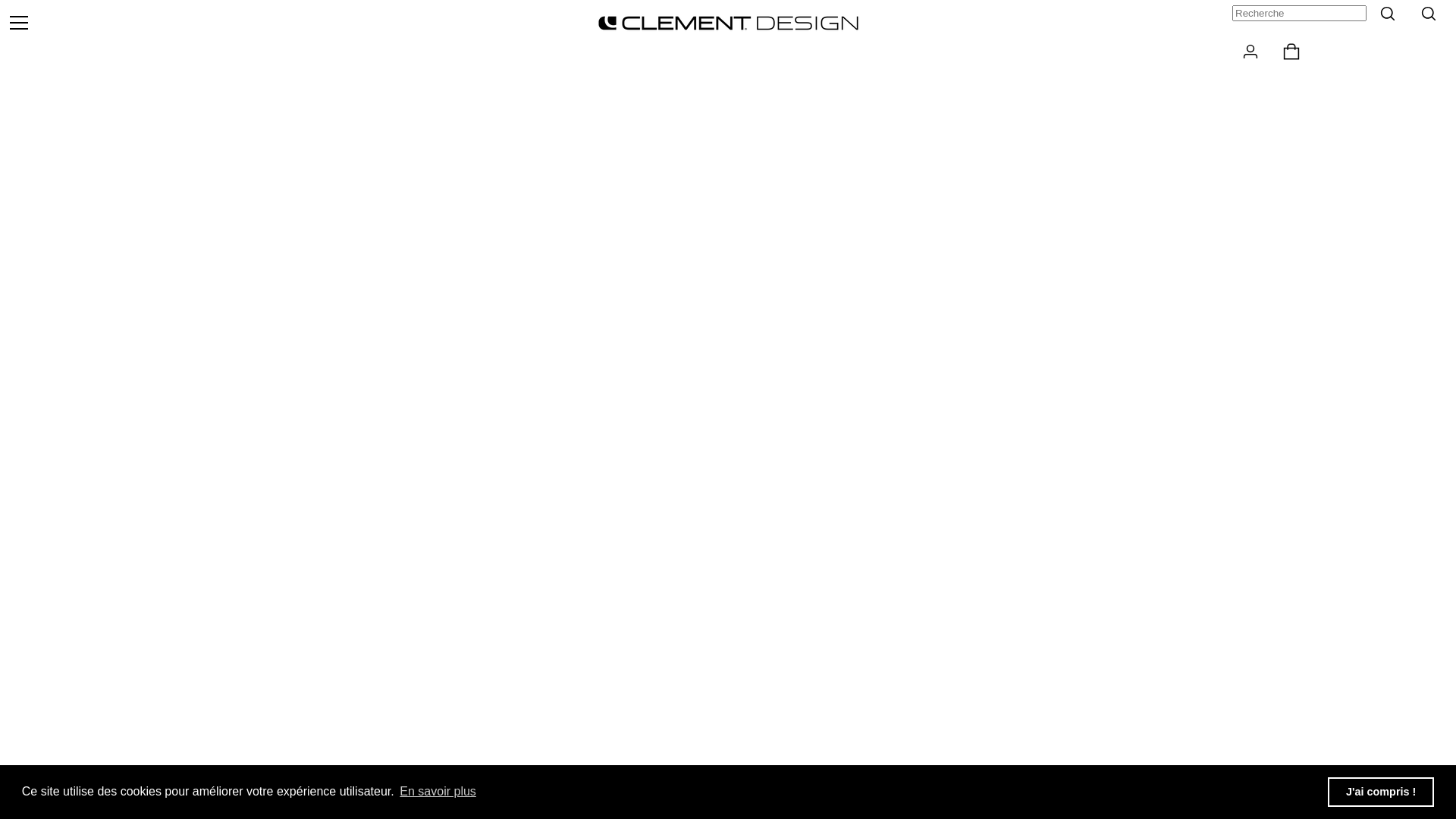  I want to click on 'SE CONNECTER', so click(1232, 51).